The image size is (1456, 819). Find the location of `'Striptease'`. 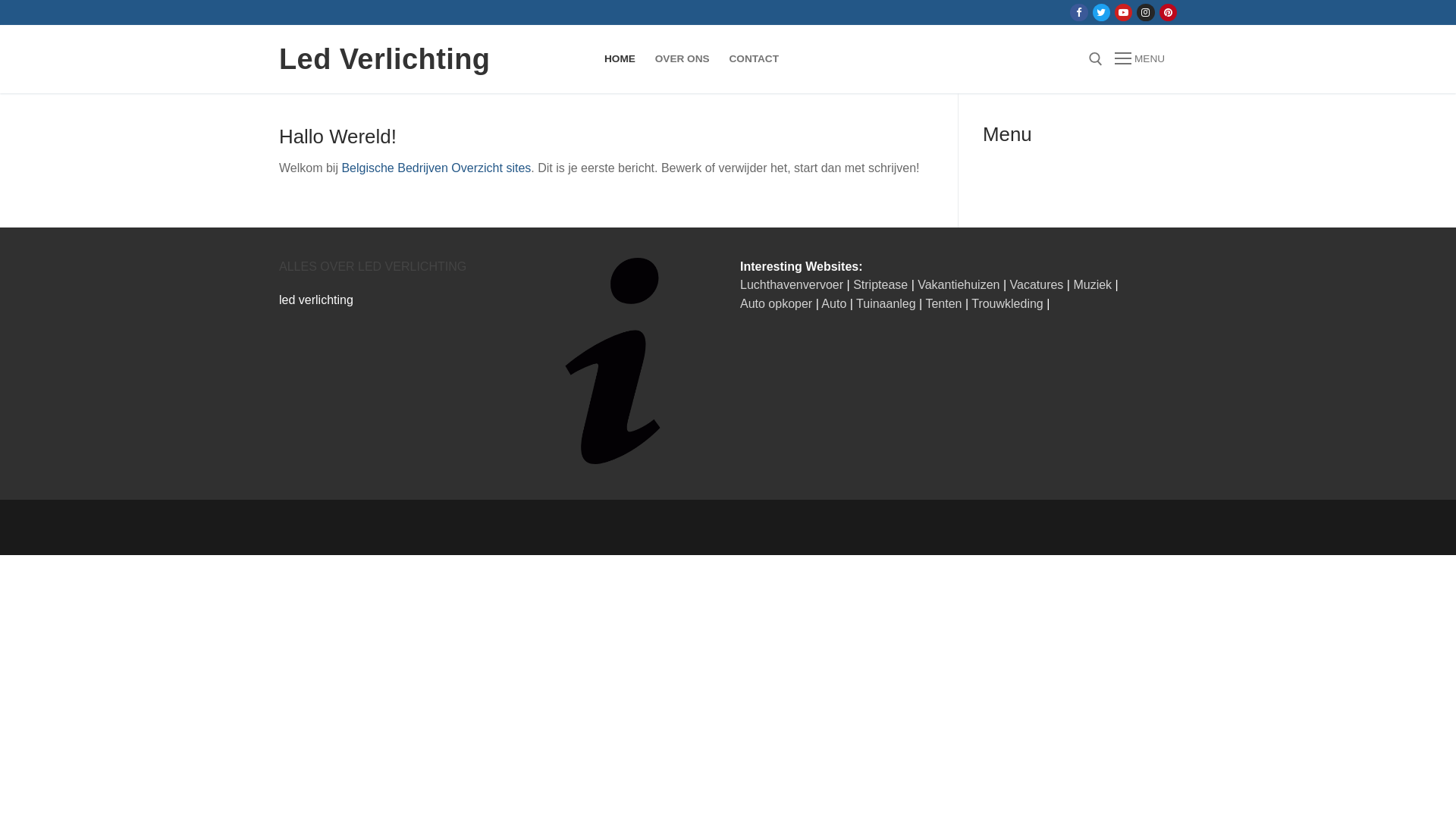

'Striptease' is located at coordinates (880, 284).